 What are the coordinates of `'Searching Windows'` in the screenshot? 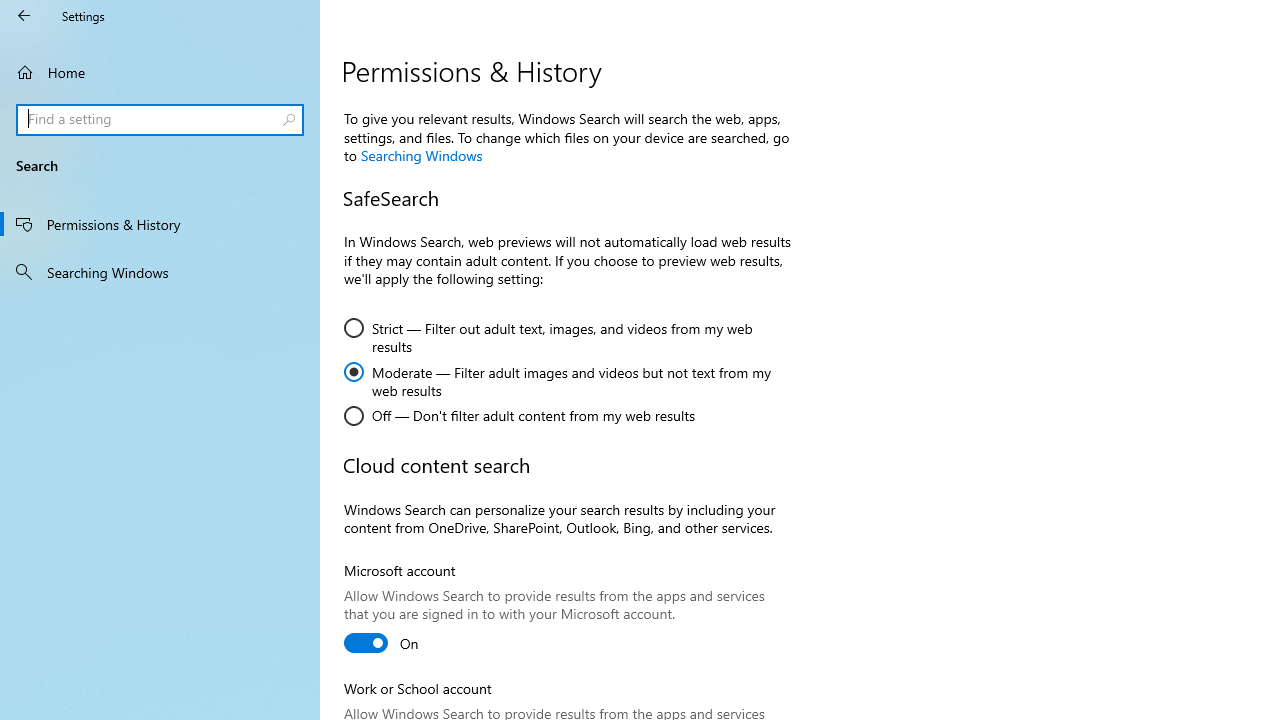 It's located at (160, 271).